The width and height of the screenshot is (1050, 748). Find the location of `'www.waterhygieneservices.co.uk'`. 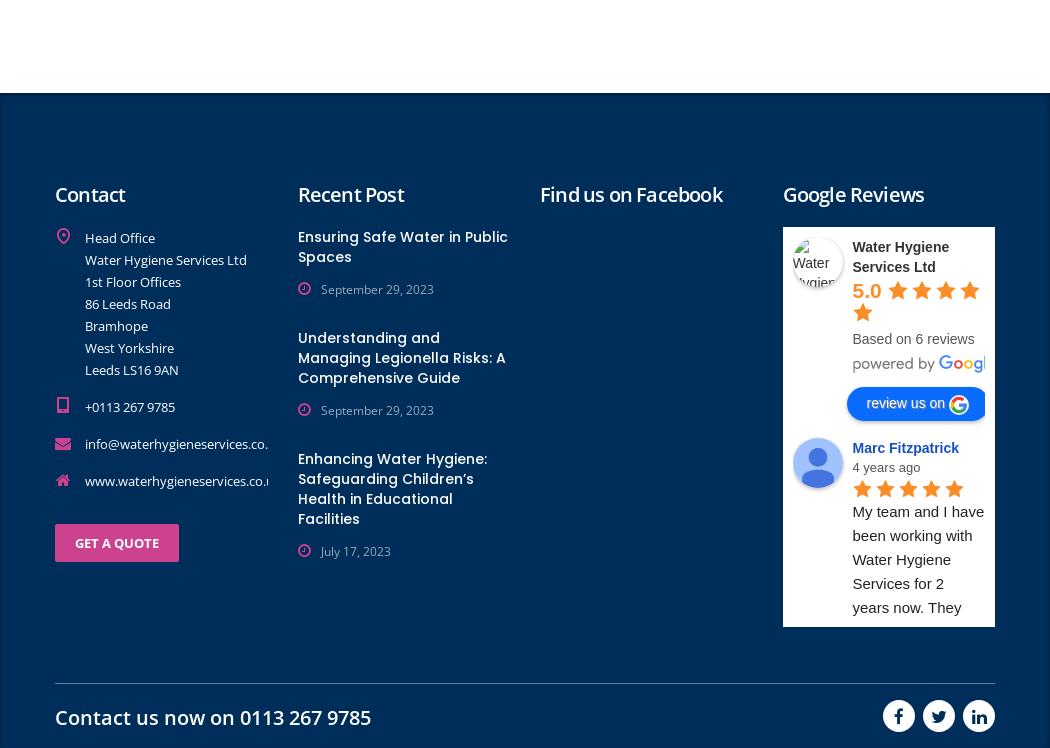

'www.waterhygieneservices.co.uk' is located at coordinates (183, 479).